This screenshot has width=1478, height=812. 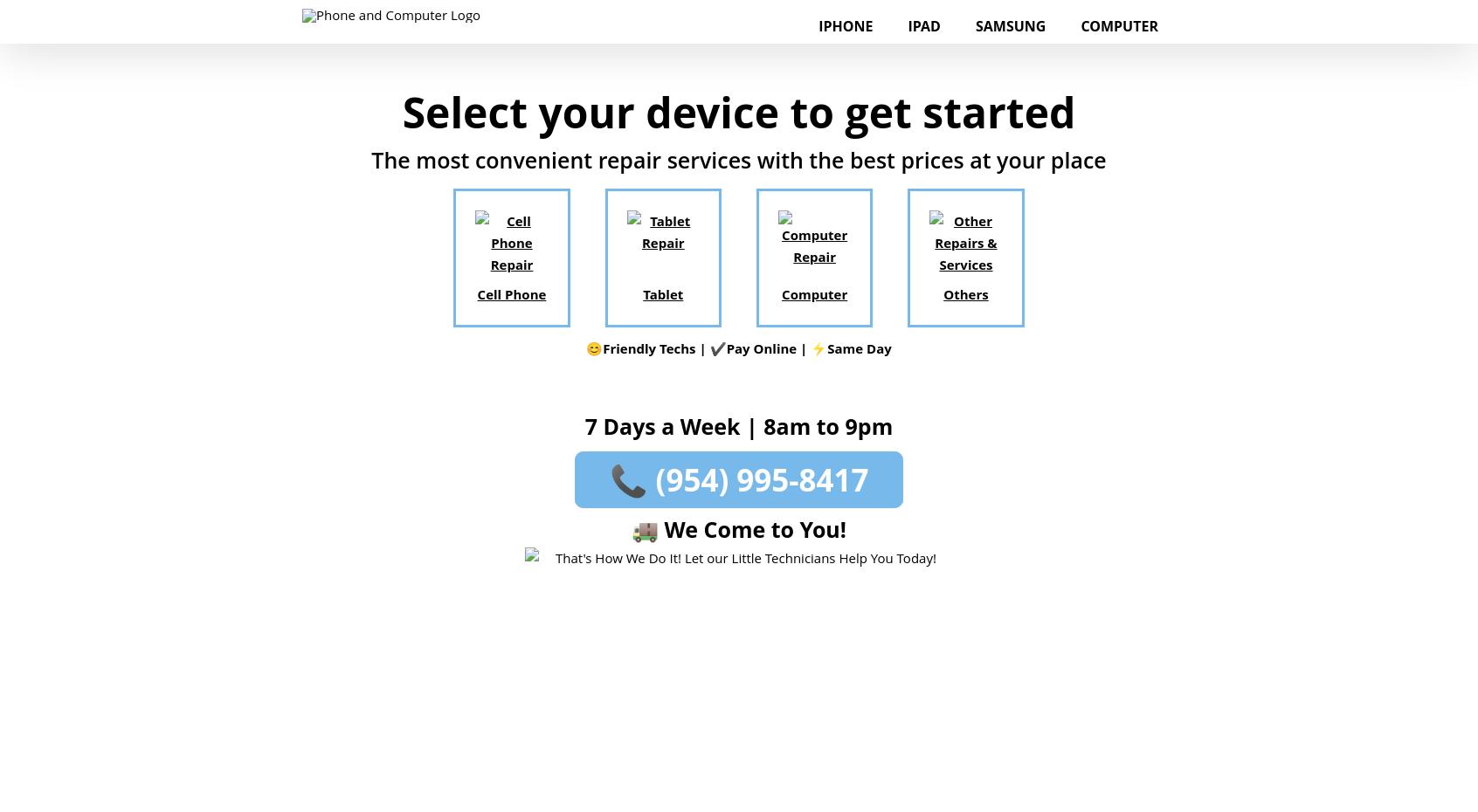 What do you see at coordinates (965, 292) in the screenshot?
I see `'Others'` at bounding box center [965, 292].